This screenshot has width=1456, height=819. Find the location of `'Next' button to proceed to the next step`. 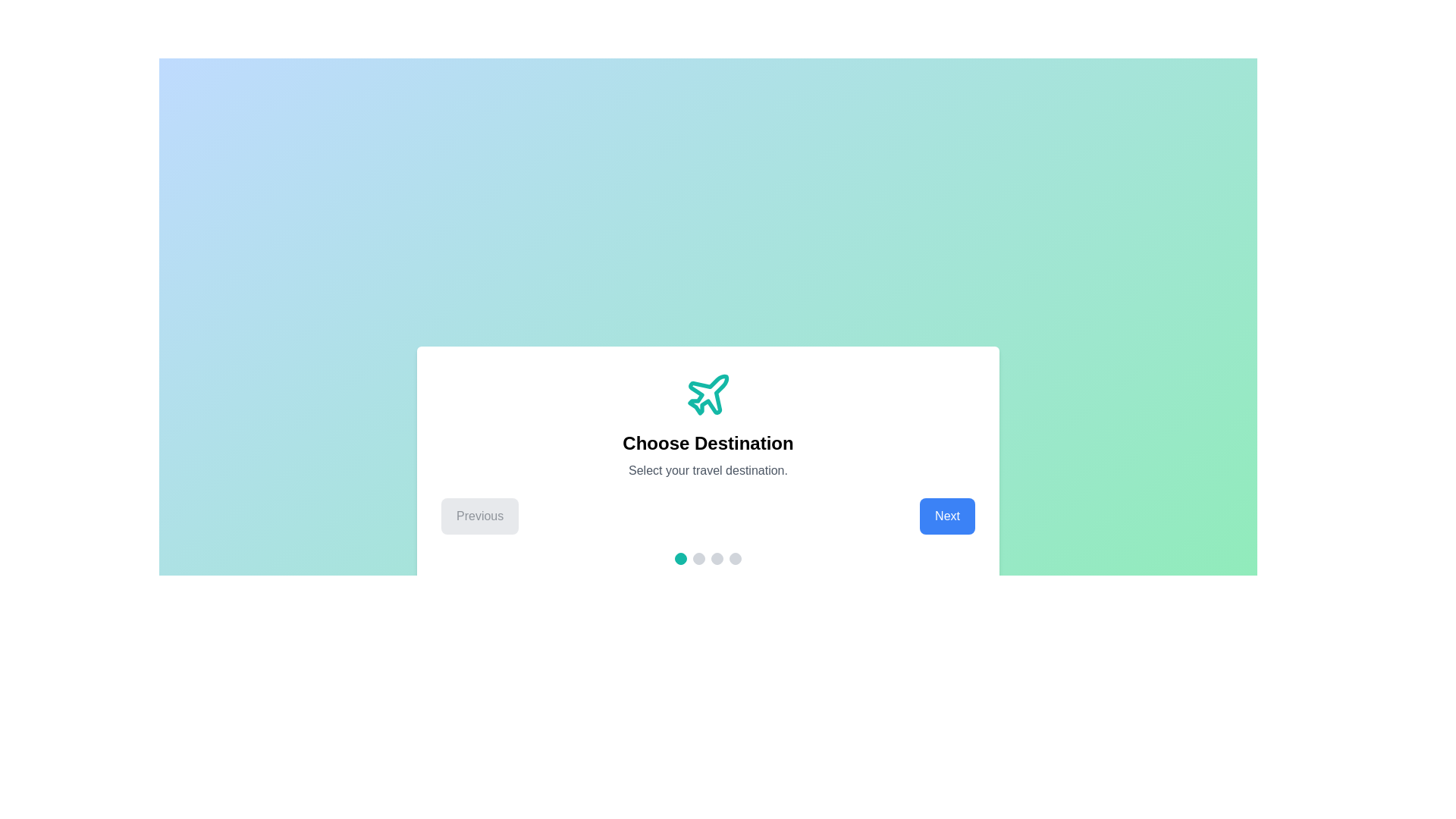

'Next' button to proceed to the next step is located at coordinates (946, 516).